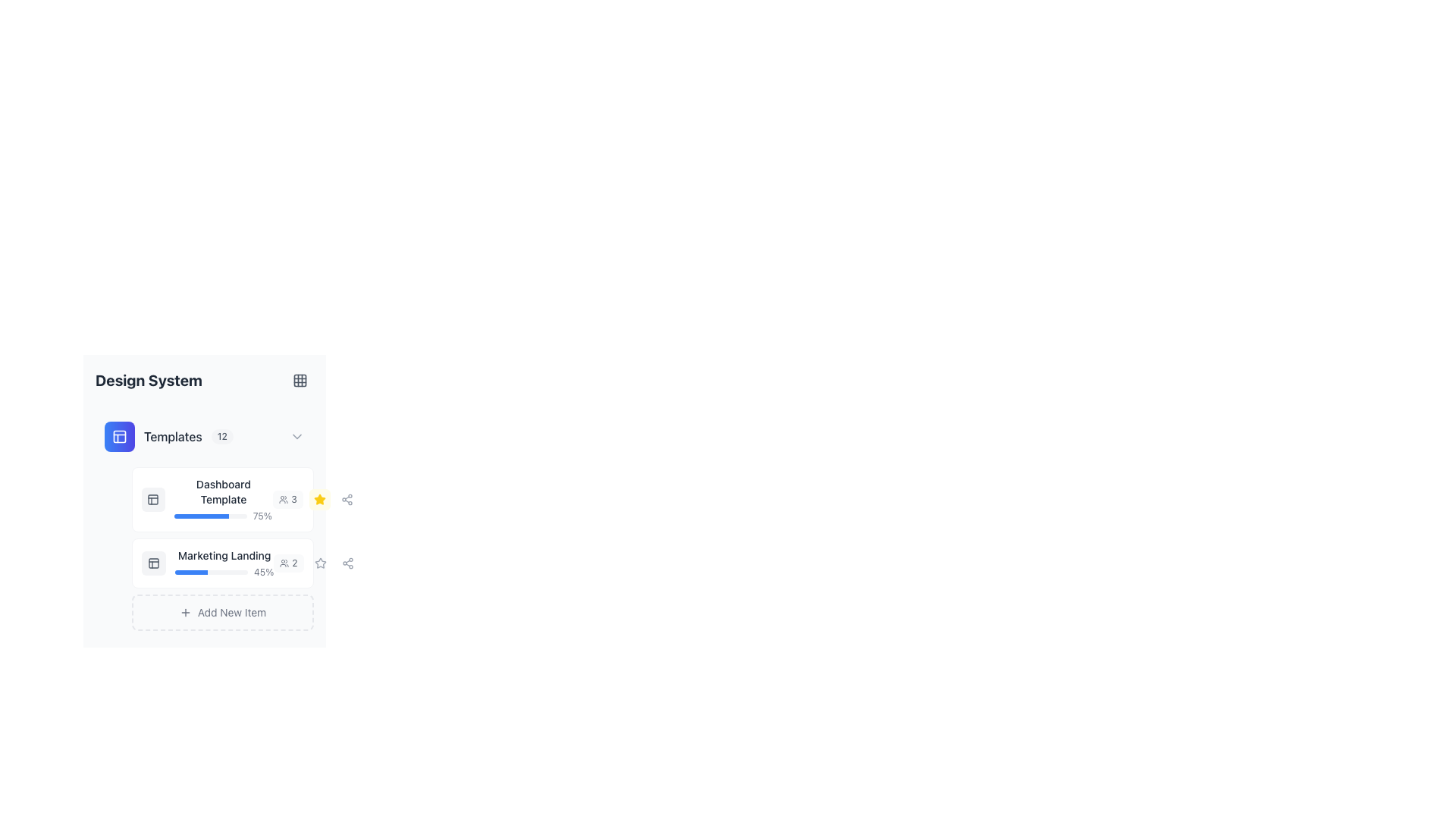 The height and width of the screenshot is (819, 1456). Describe the element at coordinates (224, 555) in the screenshot. I see `text label identifying the 'Marketing Landing' template positioned in the second list item of the 'Templates' section under 'Design System'` at that location.